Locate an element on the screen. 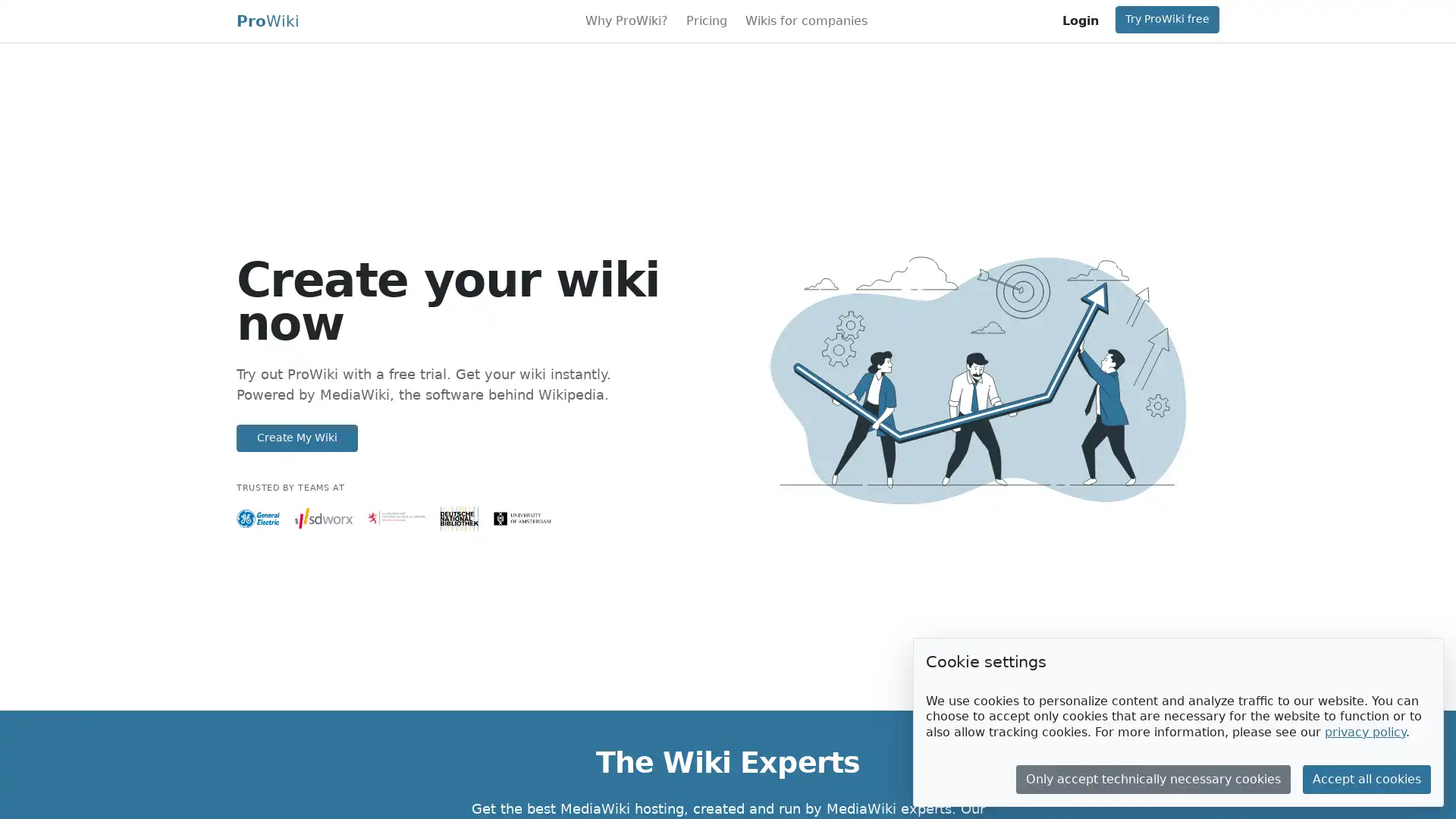 This screenshot has height=819, width=1456. Only accept technically necessary cookies is located at coordinates (1153, 780).